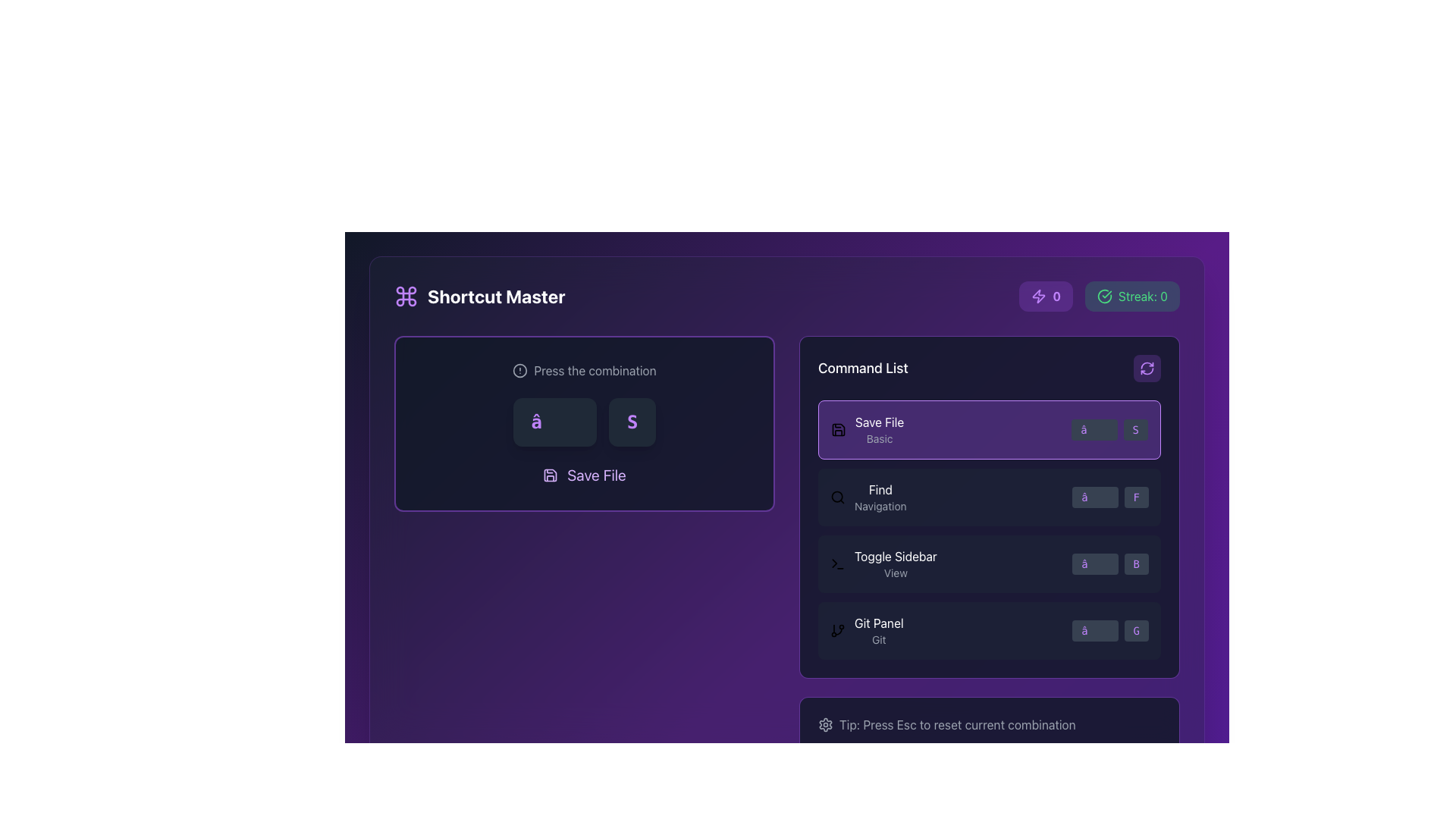 The height and width of the screenshot is (819, 1456). I want to click on the composite command button located in the 'Command List' section, positioned in the second row between the 'Save File' and 'Toggle Sidebar' commands, so click(868, 497).